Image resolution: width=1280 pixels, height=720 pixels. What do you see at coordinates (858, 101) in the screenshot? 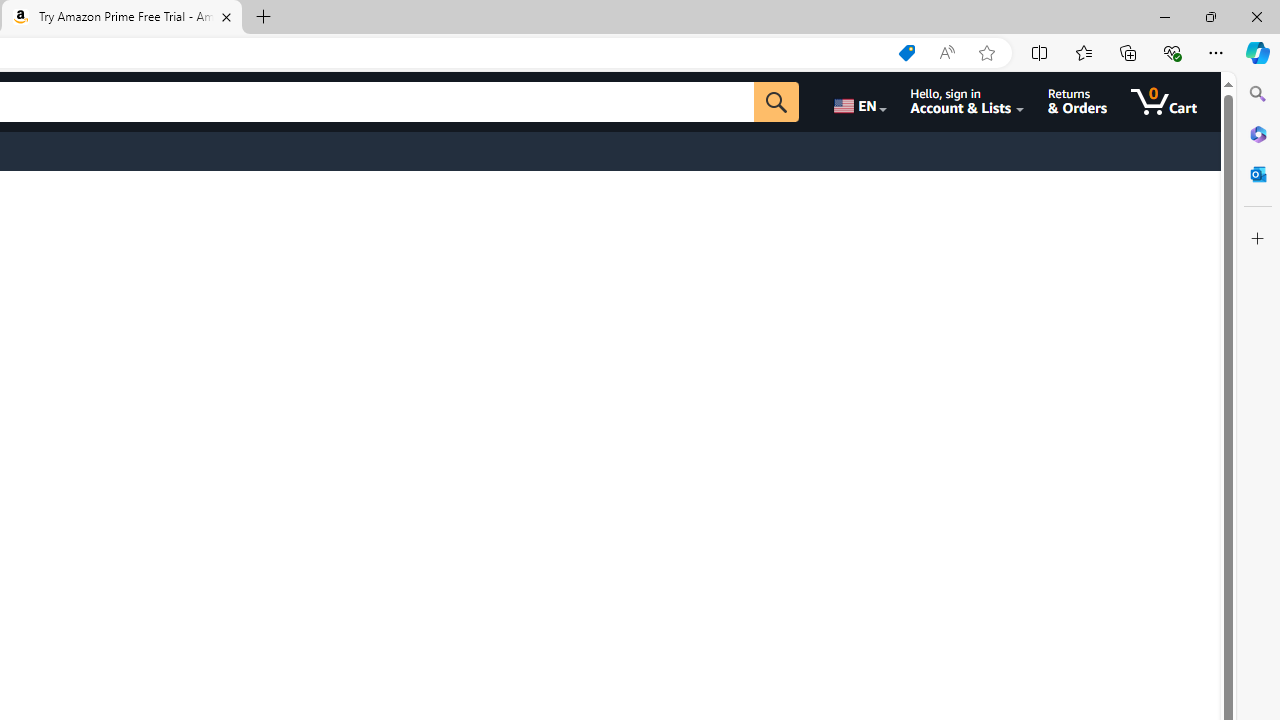
I see `'Choose a language for shopping.'` at bounding box center [858, 101].